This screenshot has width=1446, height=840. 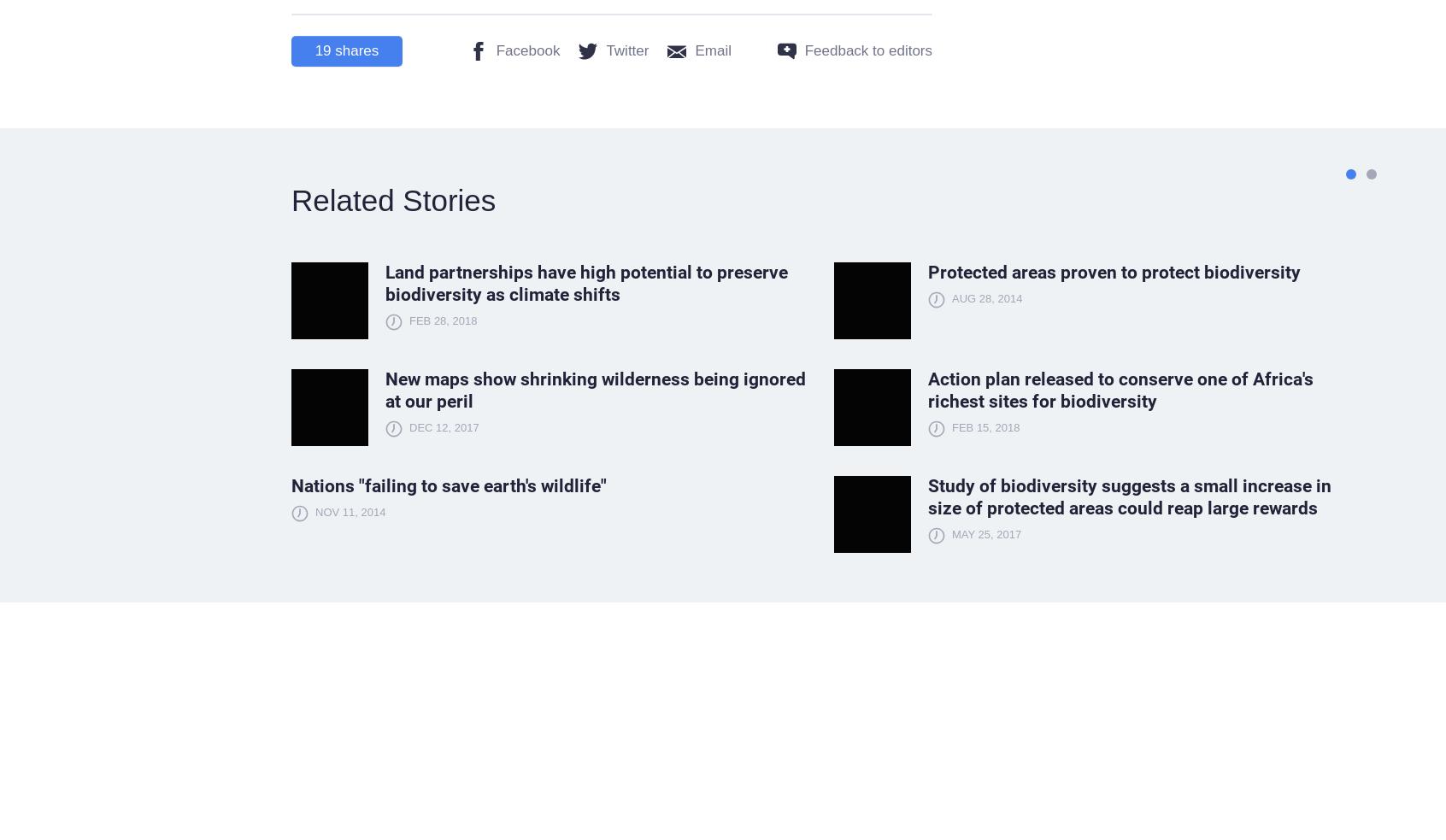 I want to click on 'Related Stories', so click(x=392, y=199).